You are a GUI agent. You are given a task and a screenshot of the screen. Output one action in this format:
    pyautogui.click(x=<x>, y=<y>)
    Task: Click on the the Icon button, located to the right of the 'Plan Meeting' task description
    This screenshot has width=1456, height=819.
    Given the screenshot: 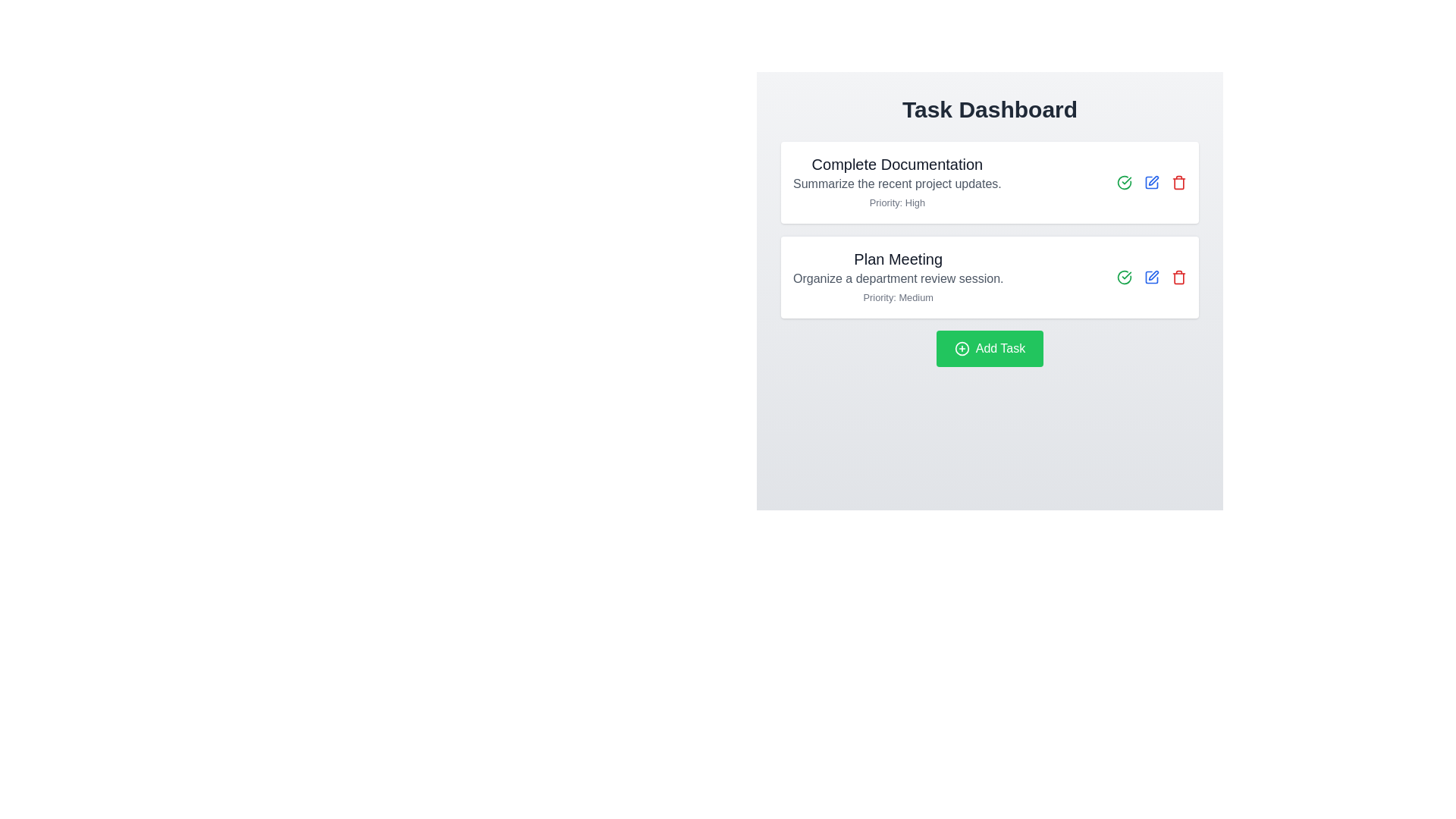 What is the action you would take?
    pyautogui.click(x=1125, y=181)
    